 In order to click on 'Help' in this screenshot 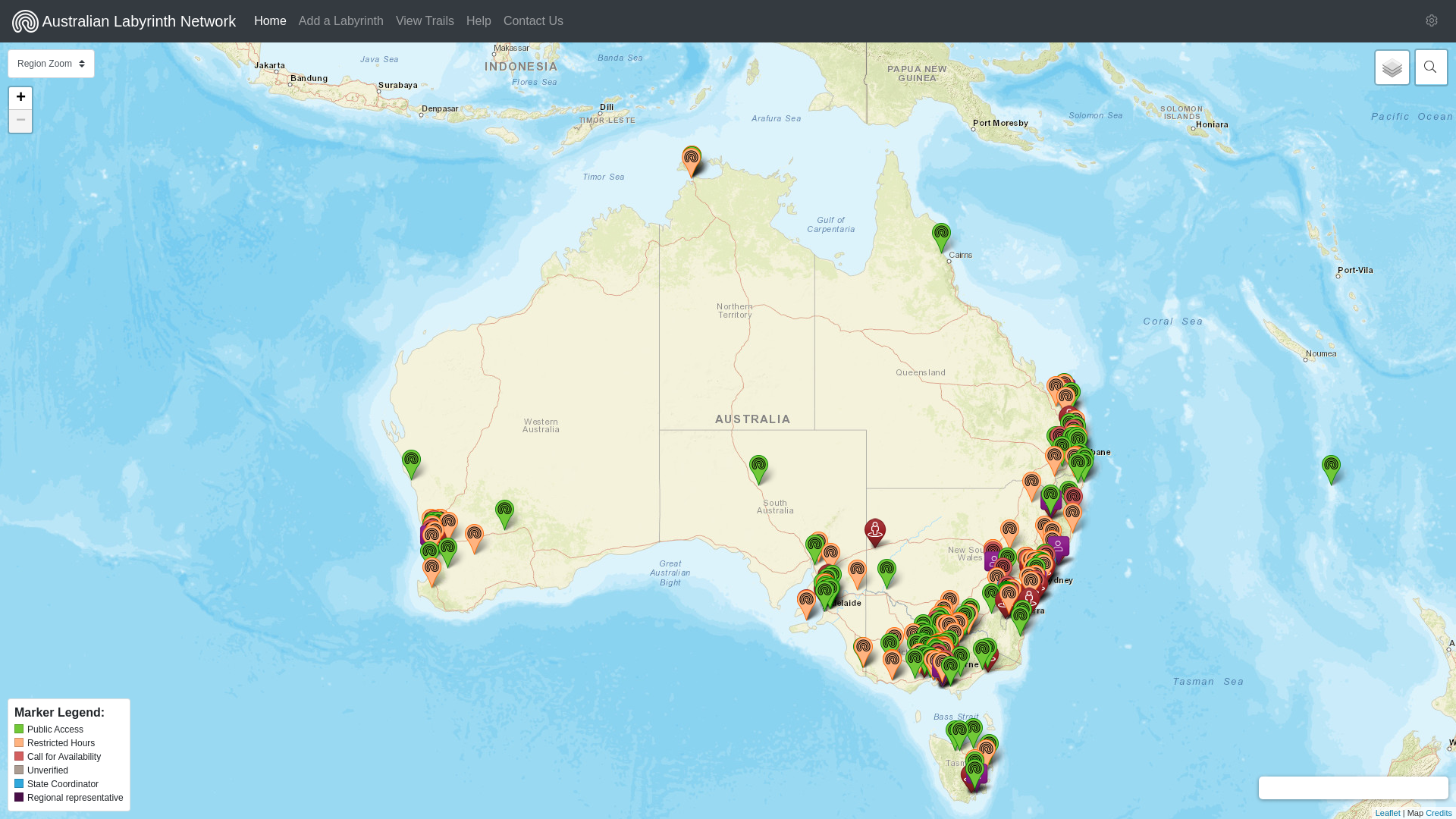, I will do `click(459, 20)`.